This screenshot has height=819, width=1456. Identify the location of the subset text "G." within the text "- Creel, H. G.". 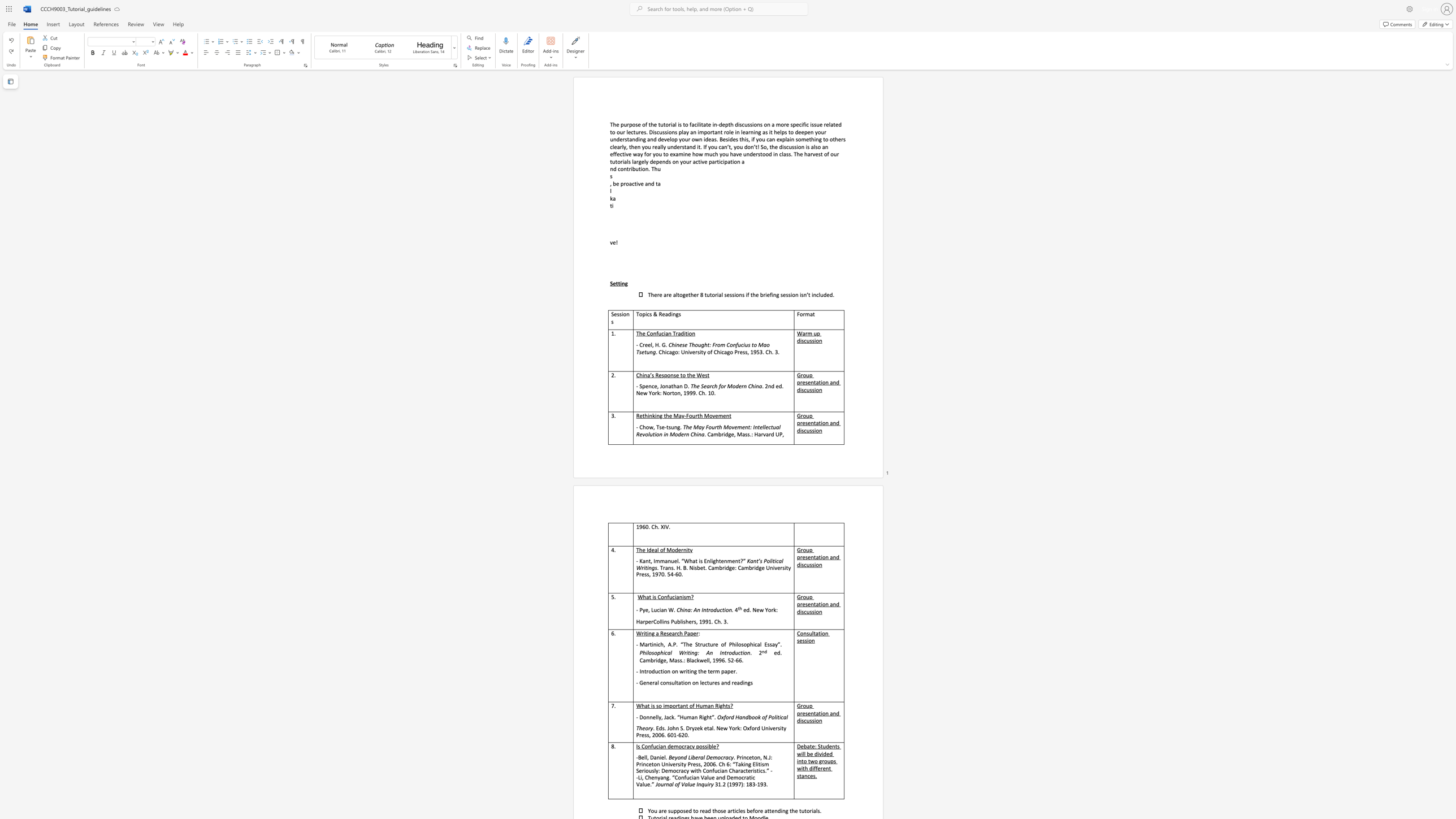
(661, 344).